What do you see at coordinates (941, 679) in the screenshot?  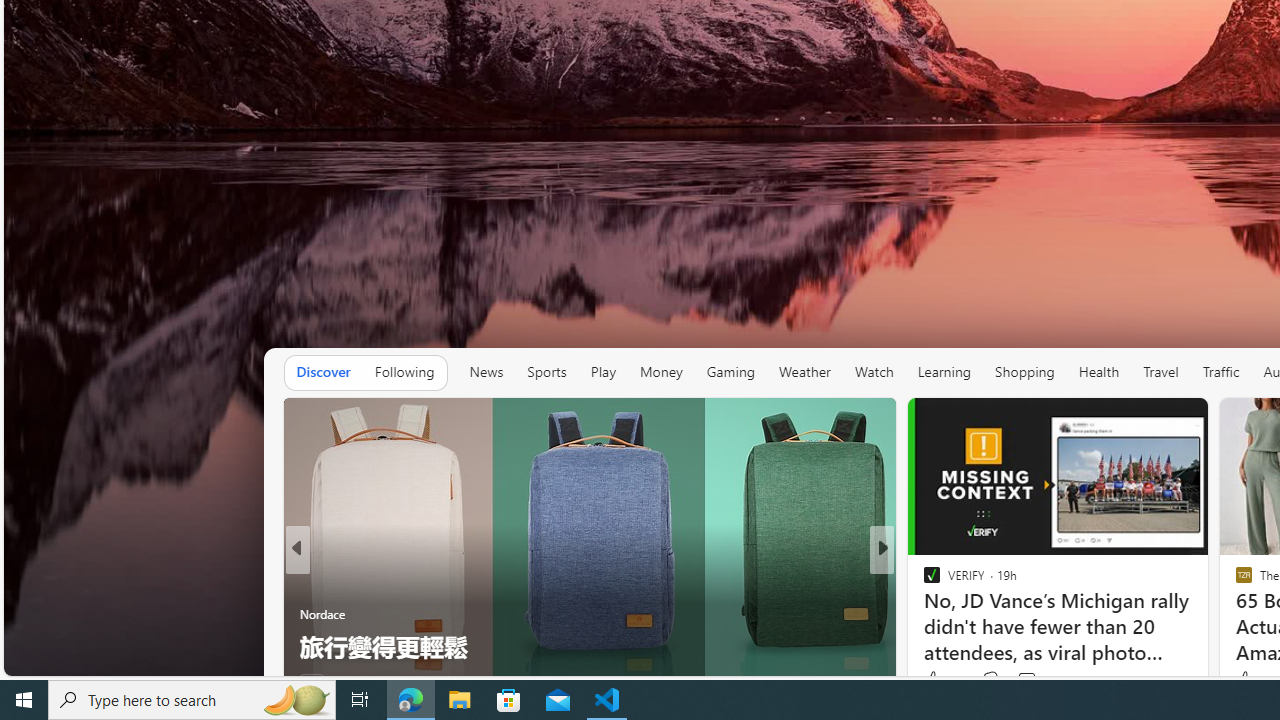 I see `'115 Like'` at bounding box center [941, 679].